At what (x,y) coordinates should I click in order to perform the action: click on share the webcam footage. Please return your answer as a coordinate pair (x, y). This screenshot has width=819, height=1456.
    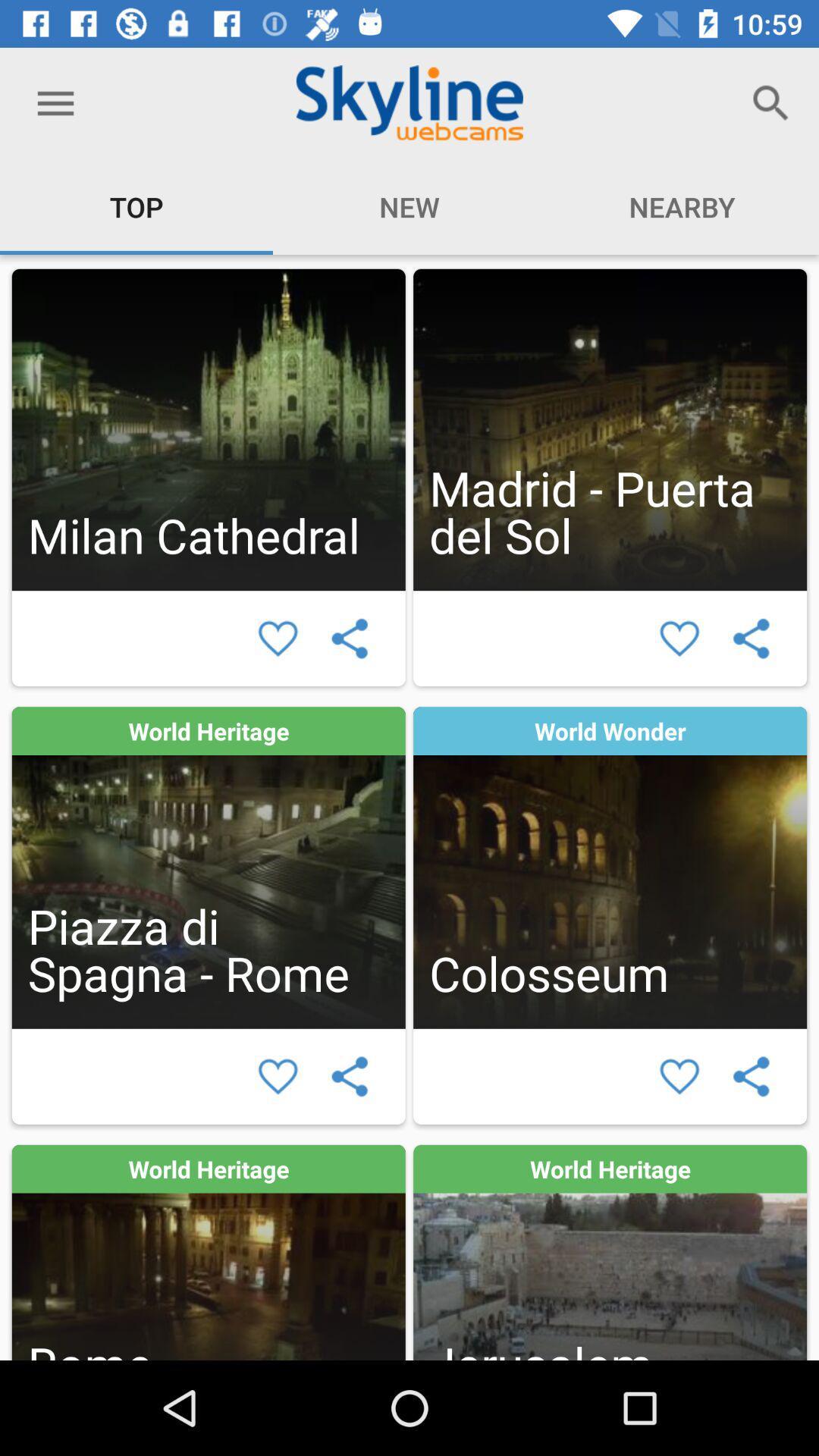
    Looking at the image, I should click on (751, 639).